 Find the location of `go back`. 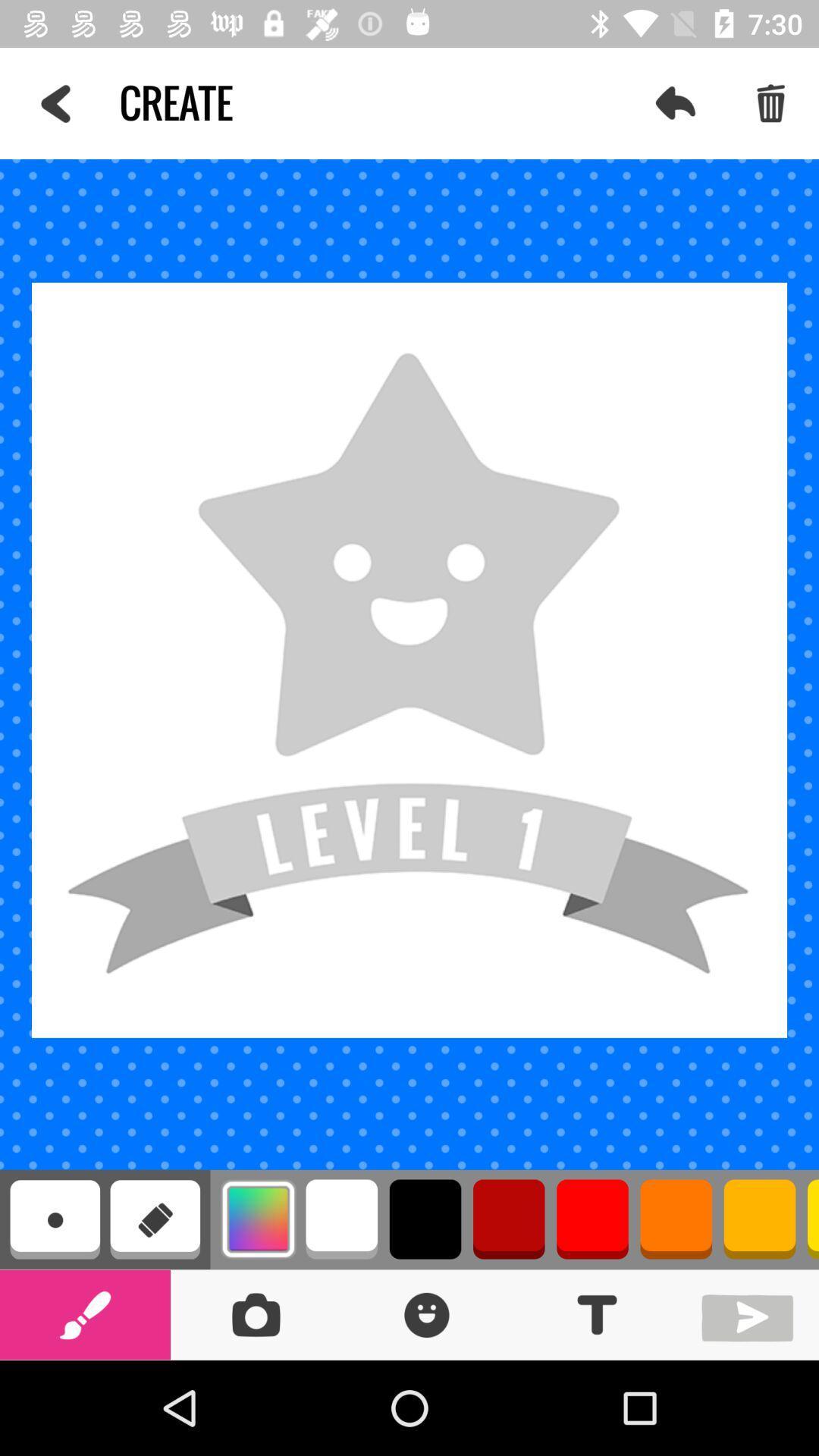

go back is located at coordinates (751, 1313).